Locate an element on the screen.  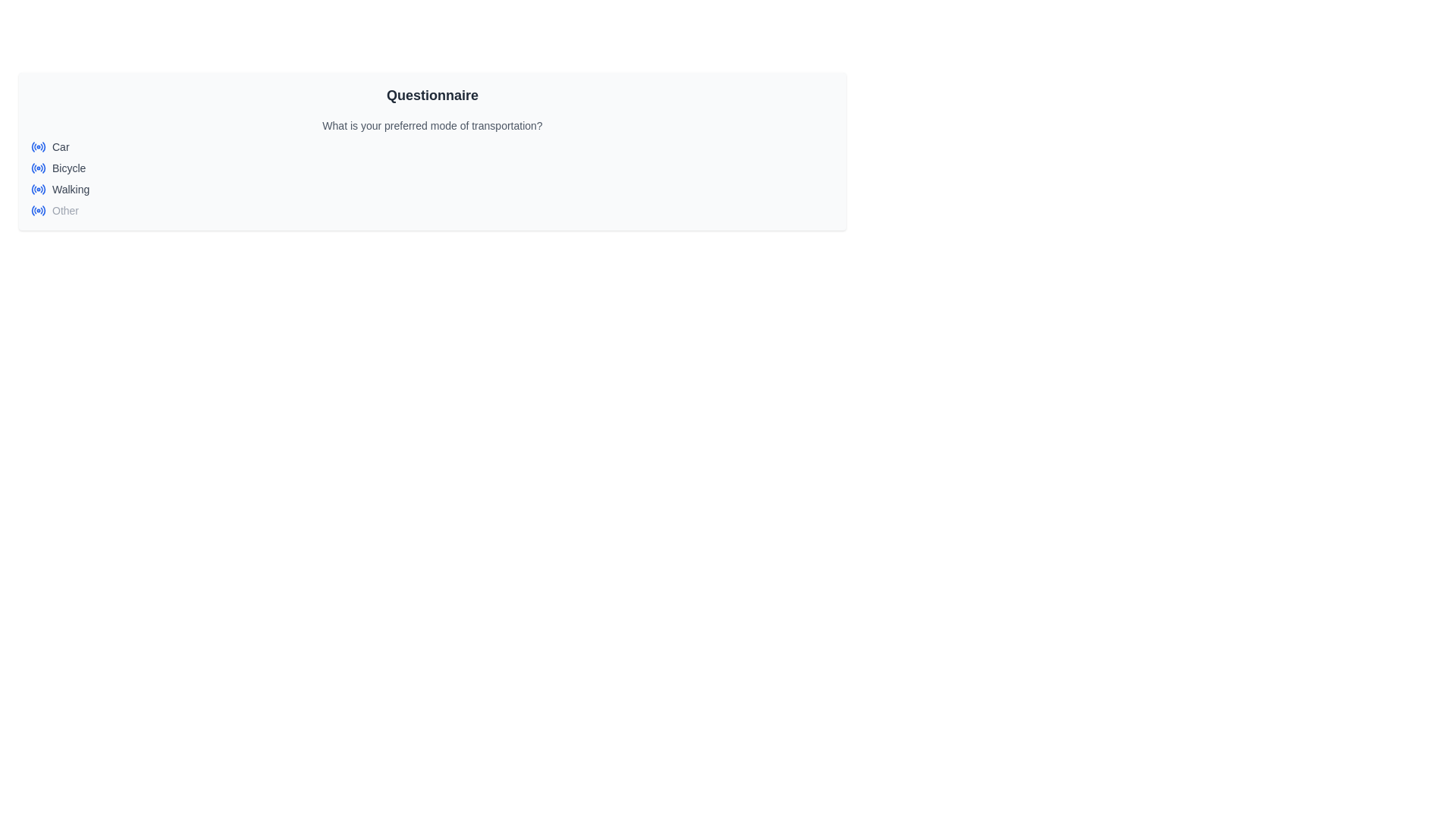
the 'Car' label that describes the associated radio button option, which is positioned immediately to the right of its graphical radio icon is located at coordinates (61, 146).